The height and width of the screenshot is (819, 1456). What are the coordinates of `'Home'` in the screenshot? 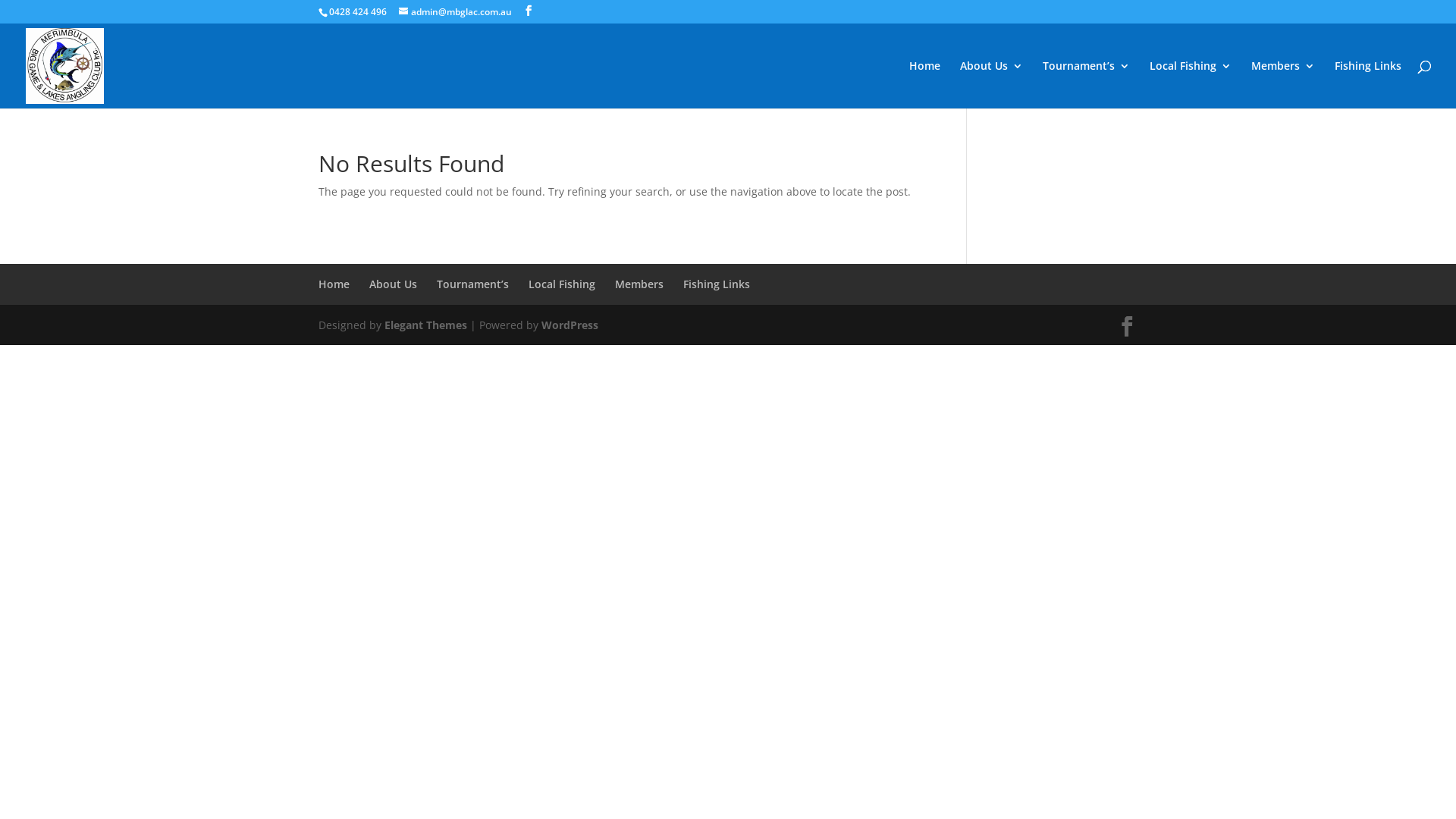 It's located at (333, 284).